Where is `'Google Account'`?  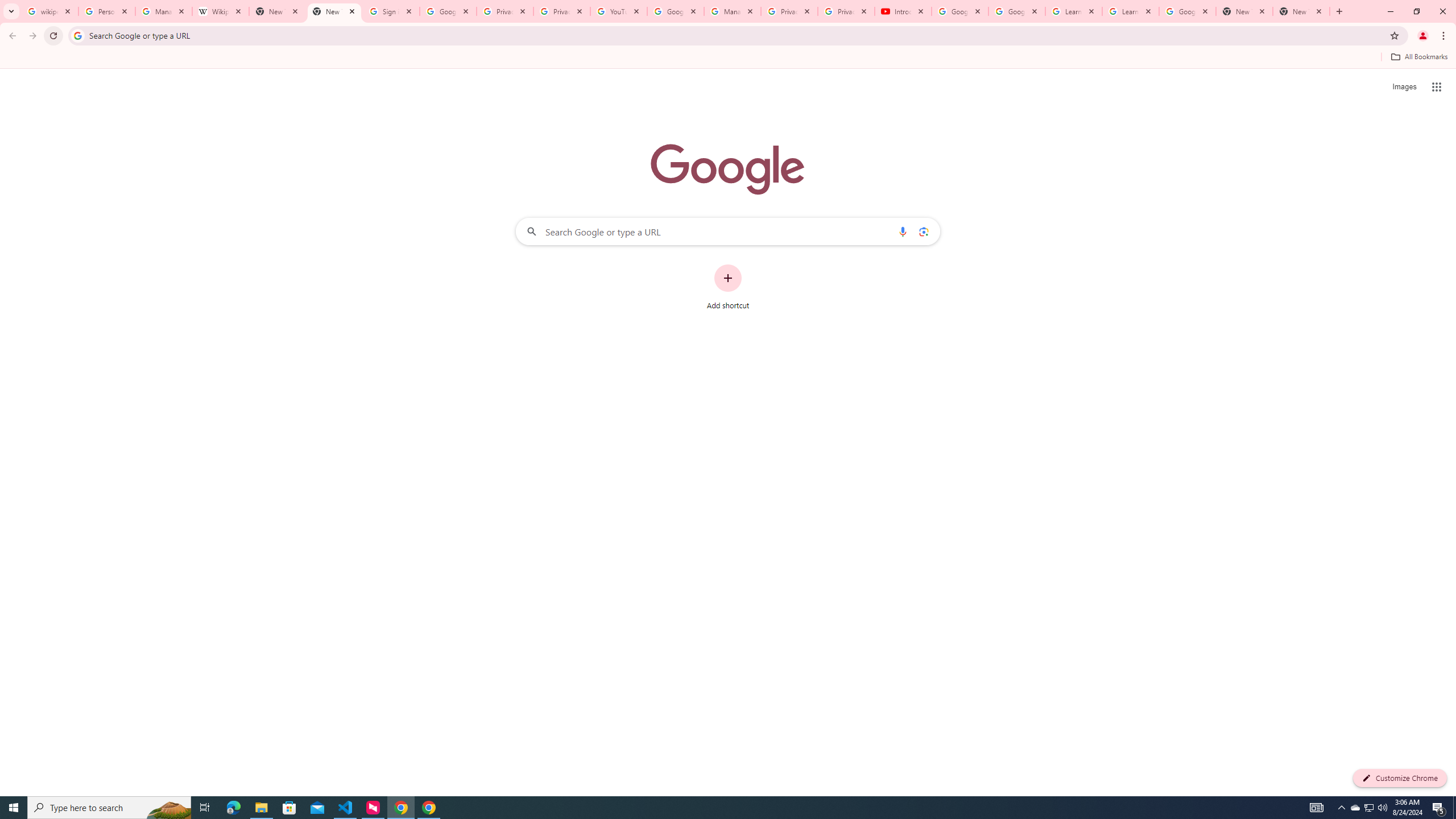 'Google Account' is located at coordinates (1187, 11).